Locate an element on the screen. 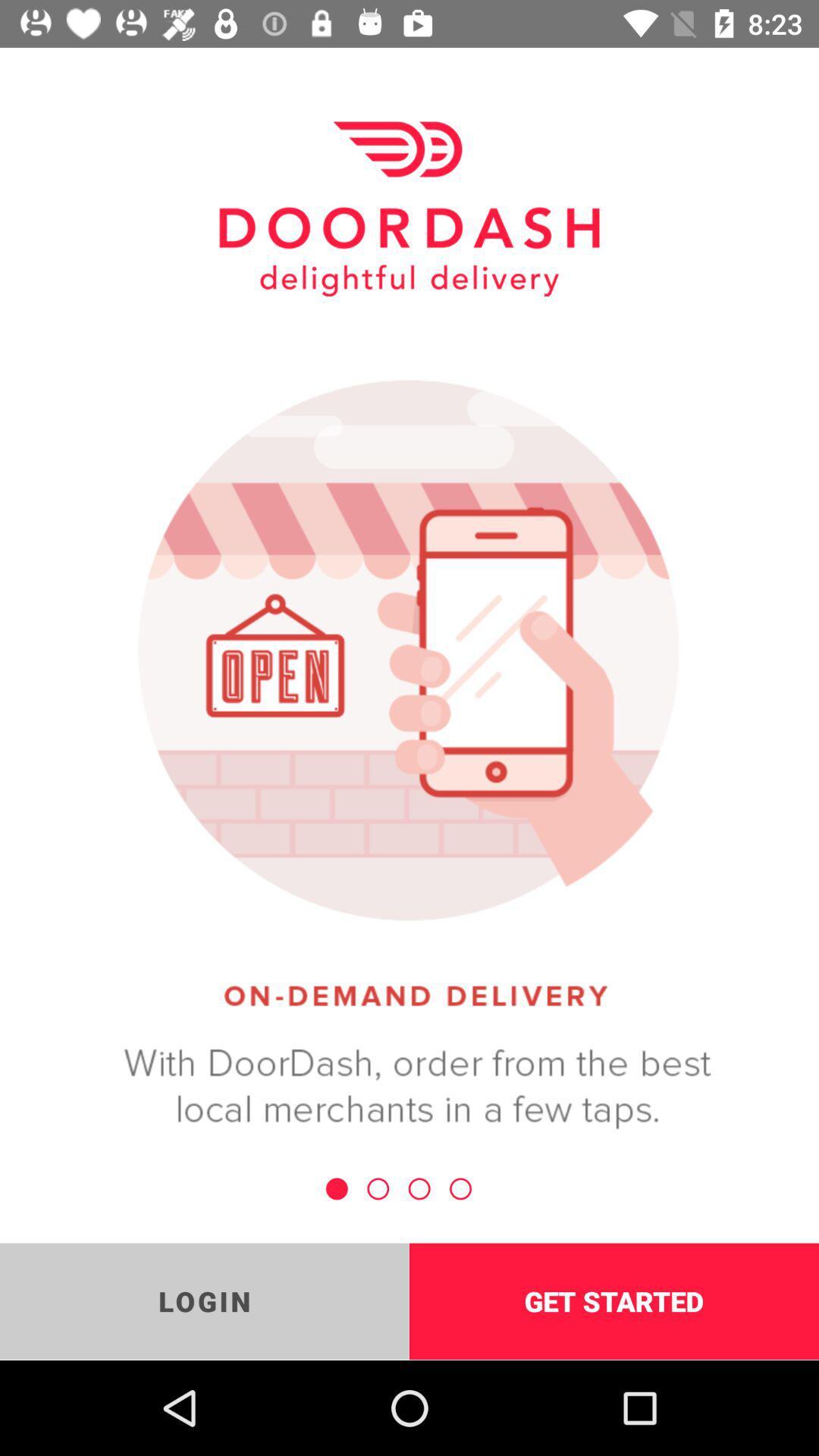 This screenshot has width=819, height=1456. item next to get started is located at coordinates (205, 1301).